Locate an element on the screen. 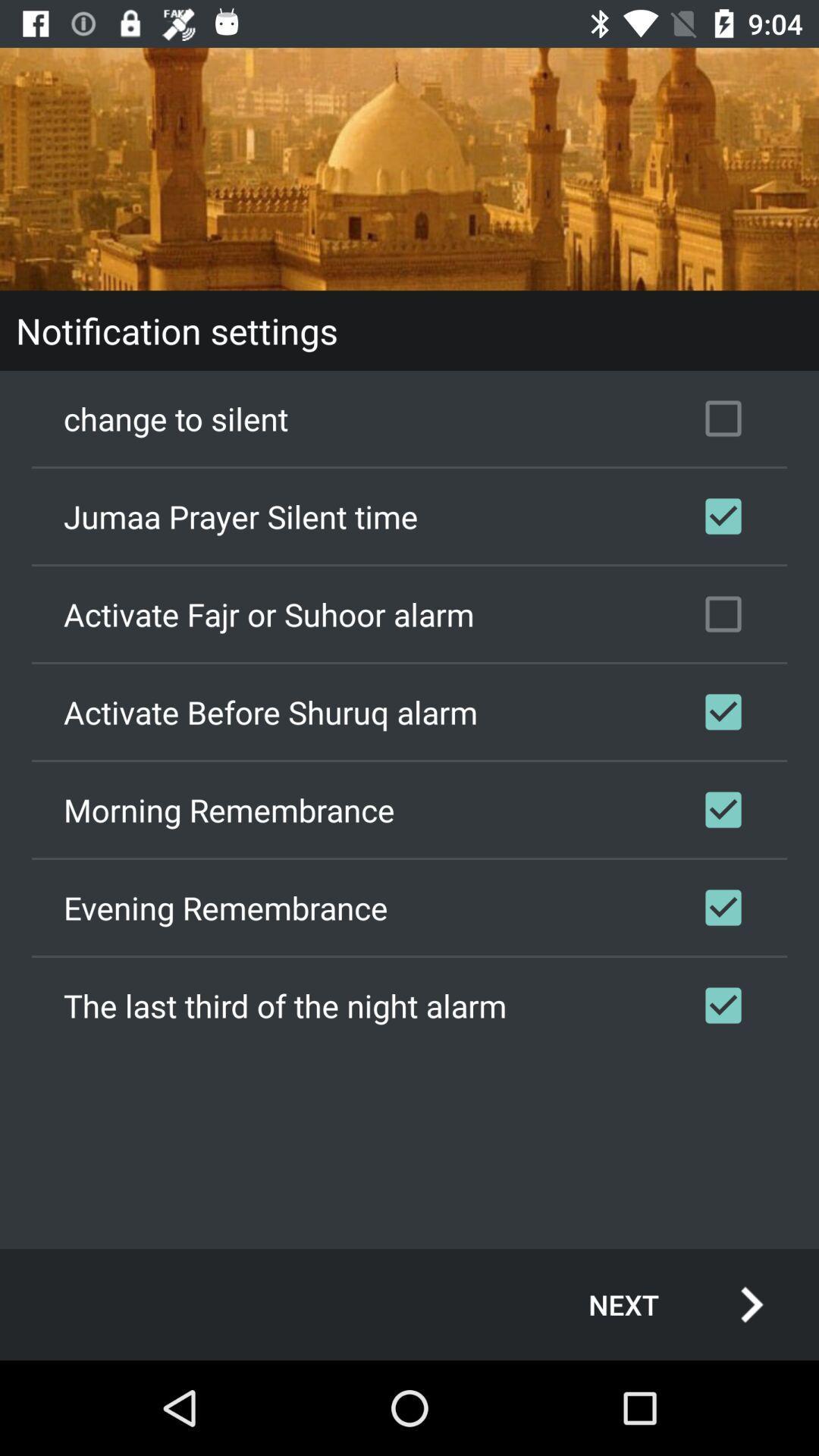  the change to silent icon is located at coordinates (409, 419).